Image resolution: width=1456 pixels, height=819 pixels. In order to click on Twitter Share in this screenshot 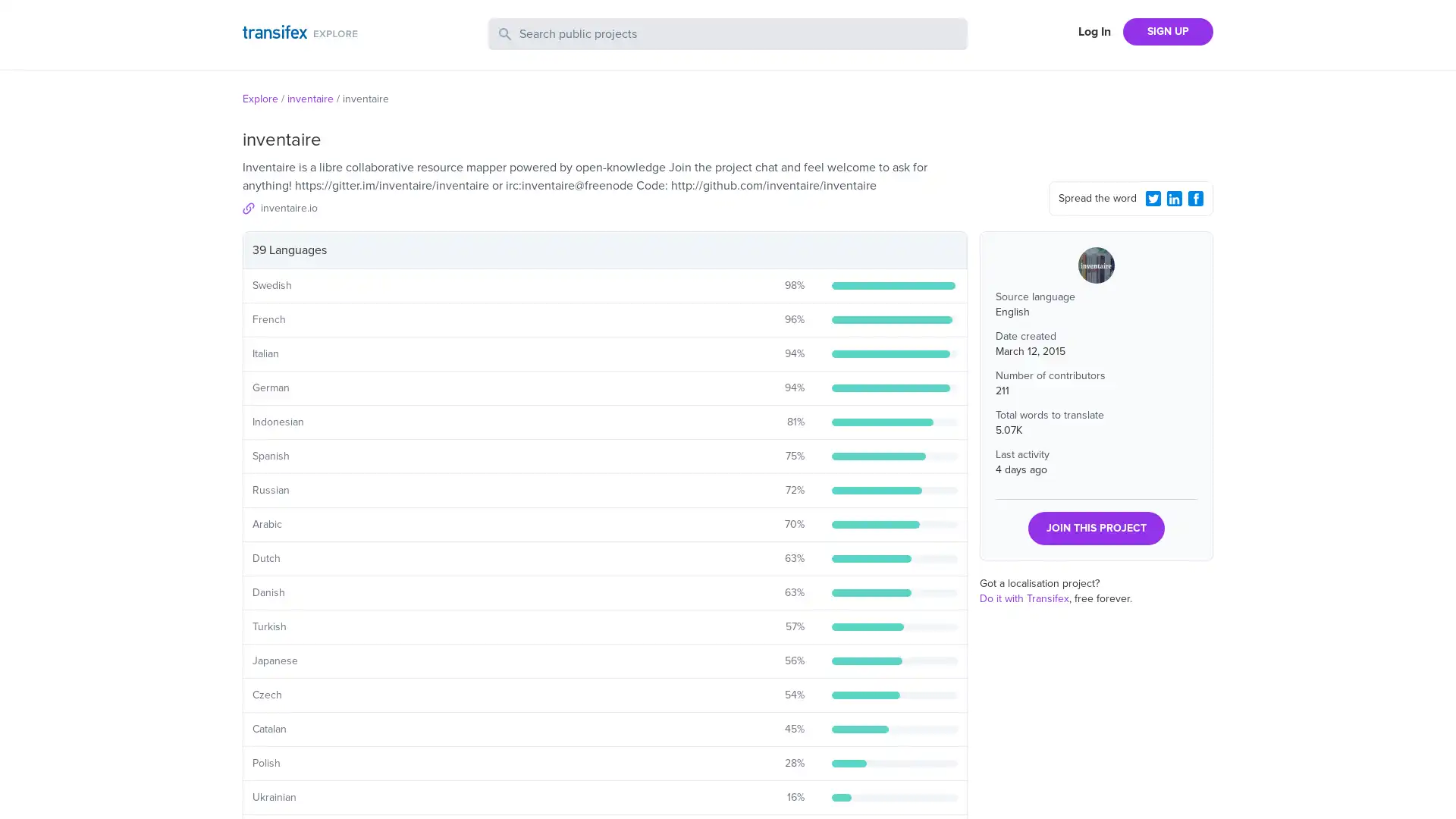, I will do `click(1153, 198)`.